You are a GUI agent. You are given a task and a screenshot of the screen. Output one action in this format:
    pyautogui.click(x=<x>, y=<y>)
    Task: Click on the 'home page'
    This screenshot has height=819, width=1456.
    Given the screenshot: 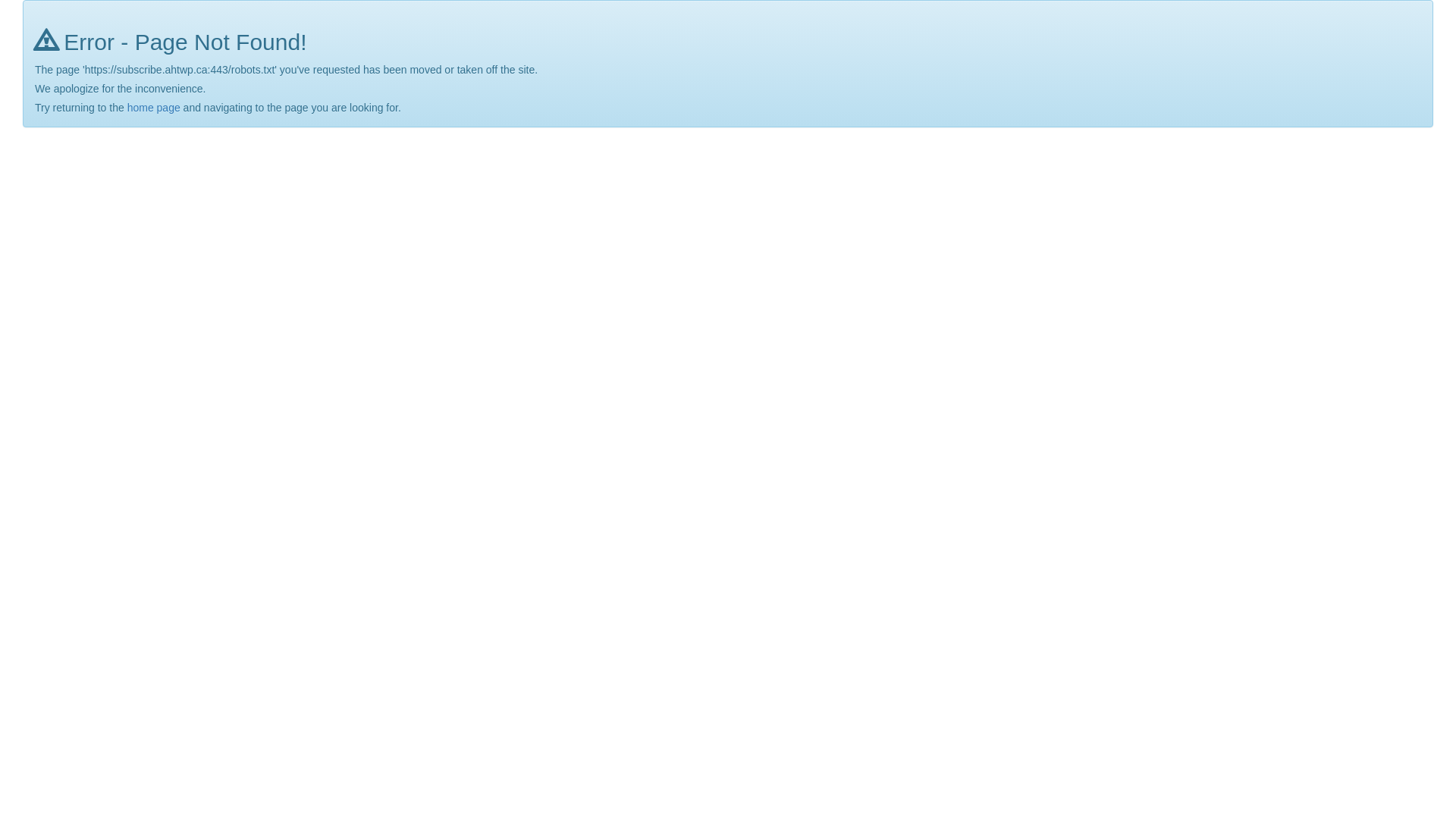 What is the action you would take?
    pyautogui.click(x=153, y=107)
    